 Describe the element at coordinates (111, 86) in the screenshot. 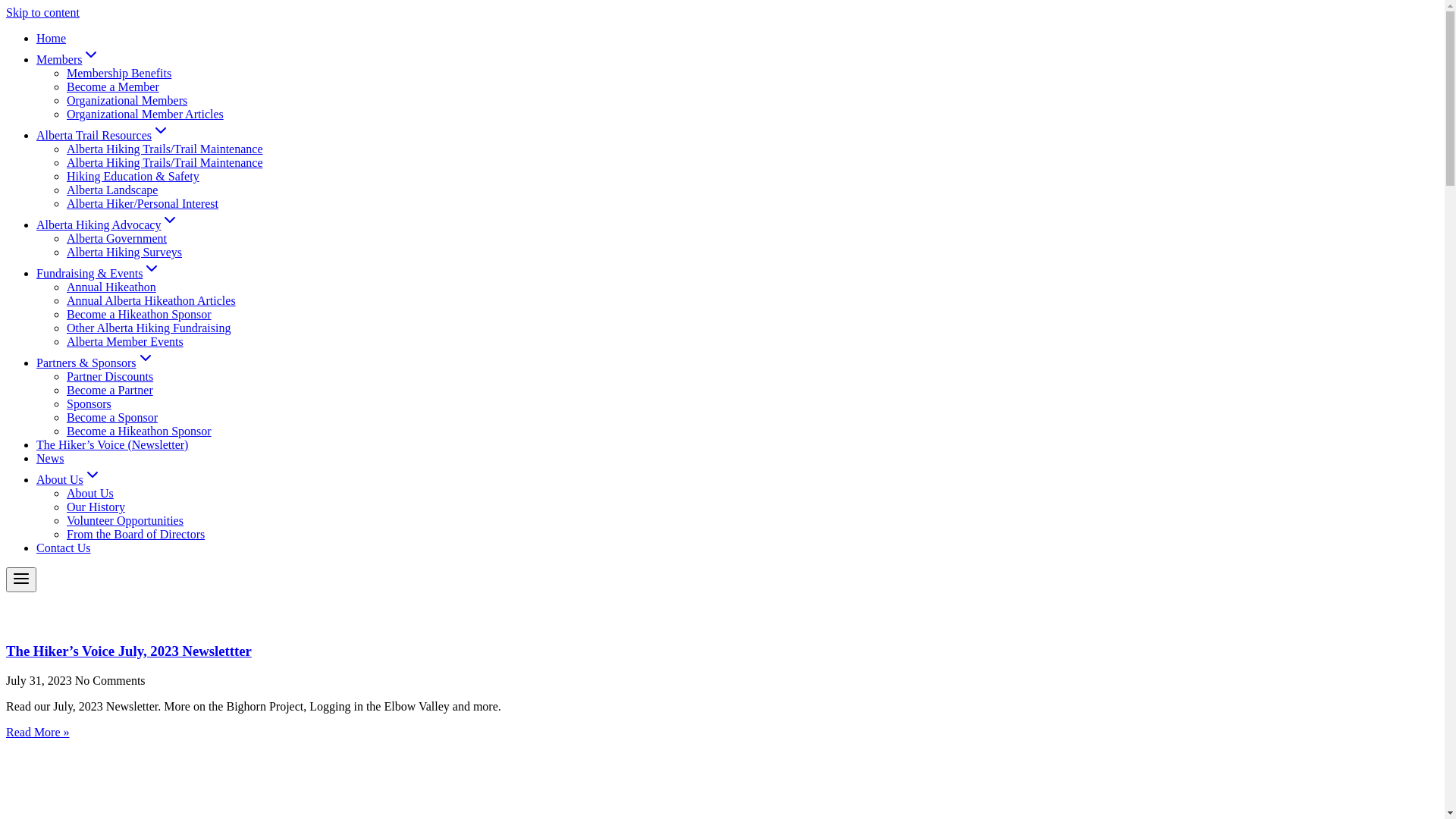

I see `'Become a Member'` at that location.